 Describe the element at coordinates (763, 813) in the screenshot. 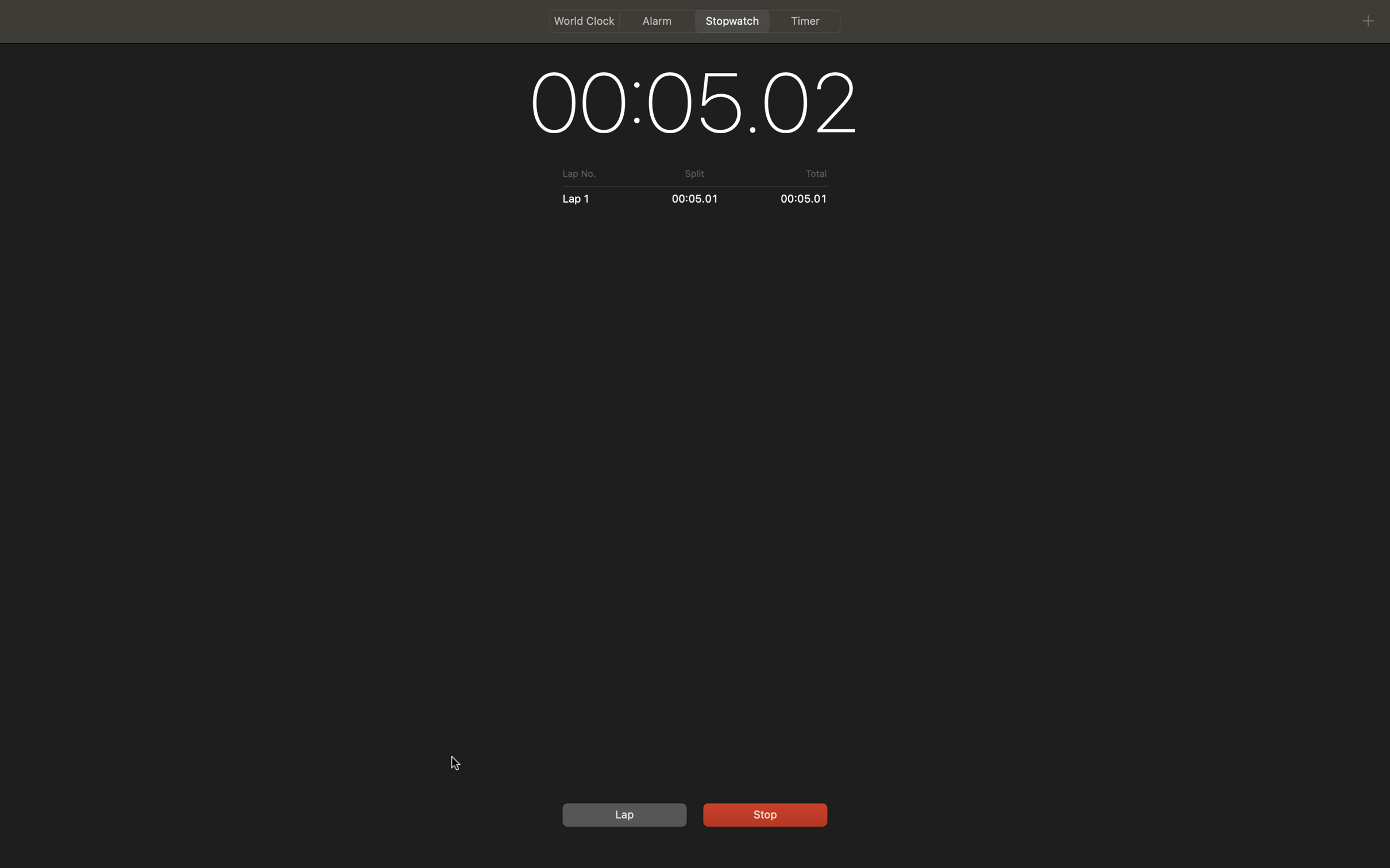

I see `Terminate the current stopwatch session and then reset the device to zero` at that location.